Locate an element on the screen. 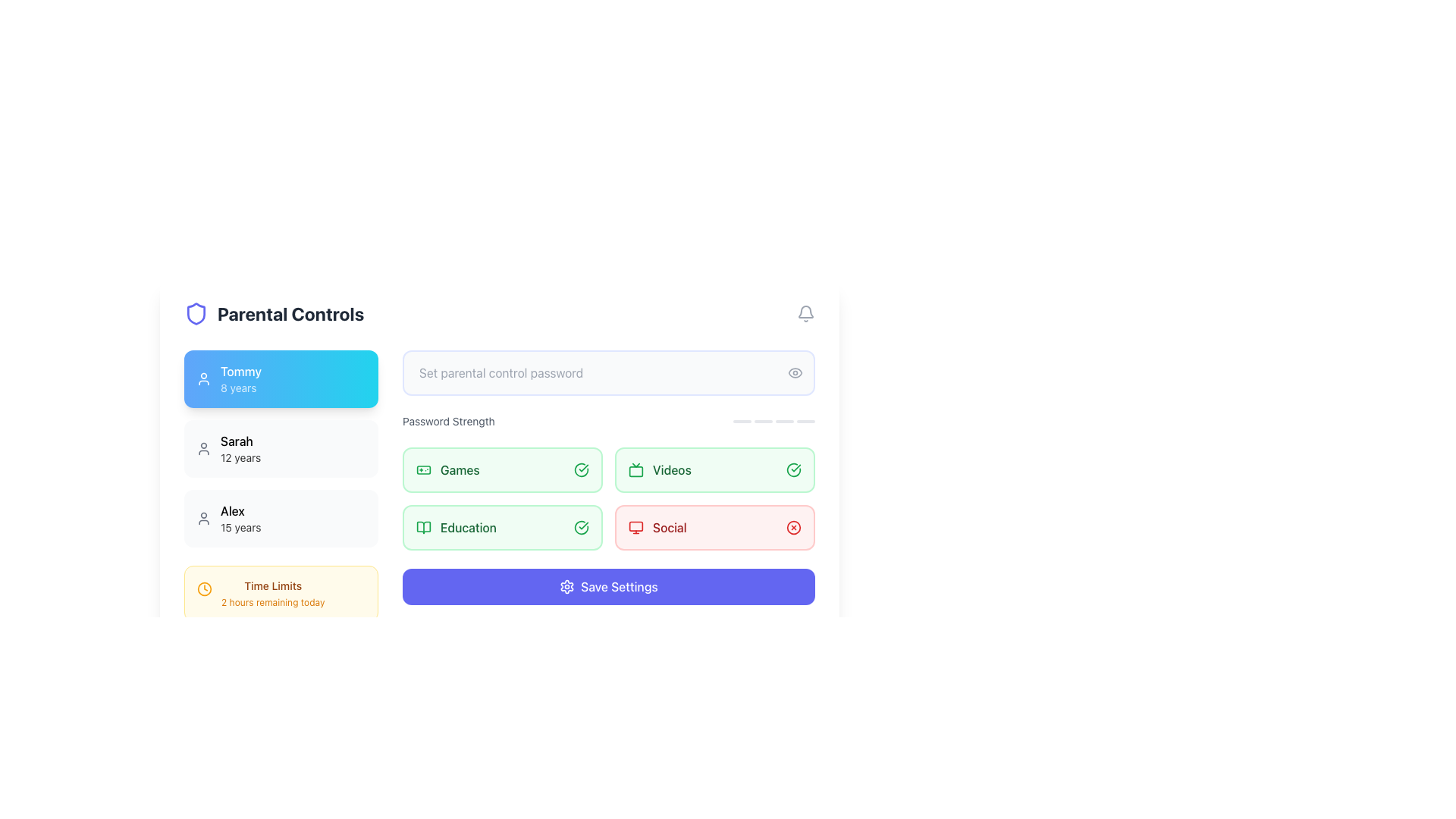  the 'Games' category label located in the 'Password Strength' section as the first item in a group of four horizontally aligned options is located at coordinates (447, 469).